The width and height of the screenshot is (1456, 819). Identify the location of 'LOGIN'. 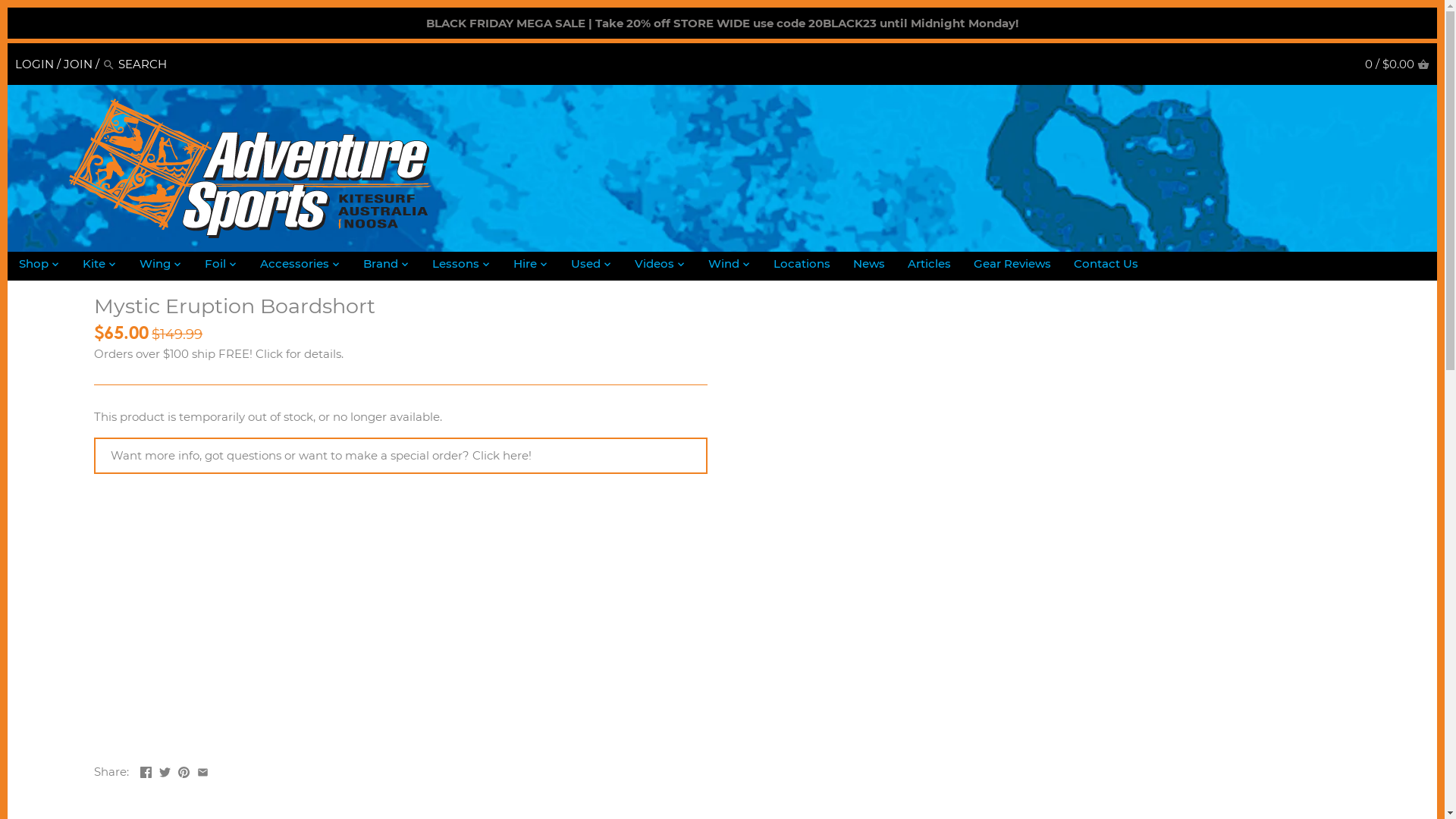
(34, 62).